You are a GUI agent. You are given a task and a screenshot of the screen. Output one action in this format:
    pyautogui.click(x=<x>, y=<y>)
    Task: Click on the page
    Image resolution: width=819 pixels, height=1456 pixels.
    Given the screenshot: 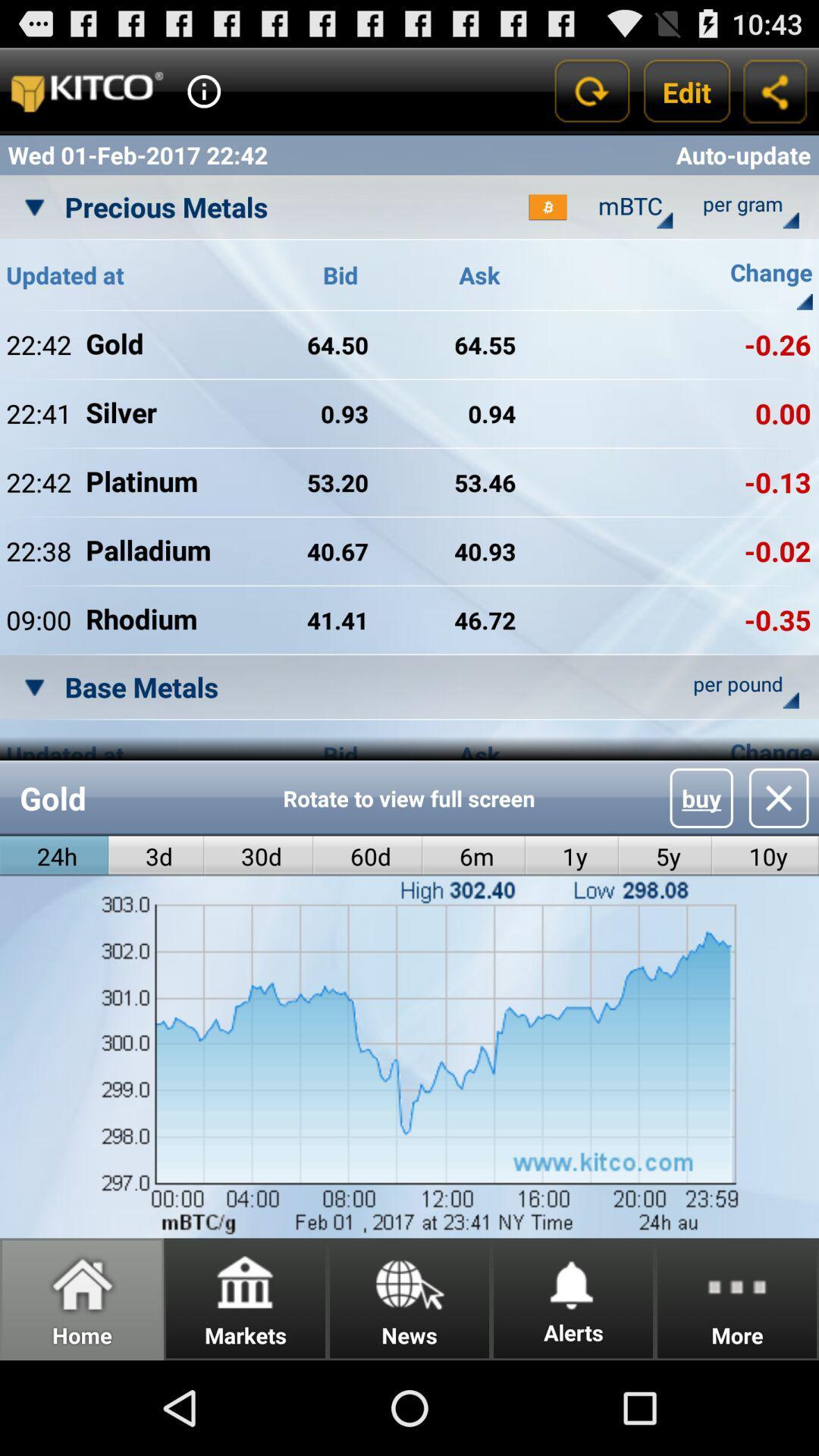 What is the action you would take?
    pyautogui.click(x=779, y=797)
    